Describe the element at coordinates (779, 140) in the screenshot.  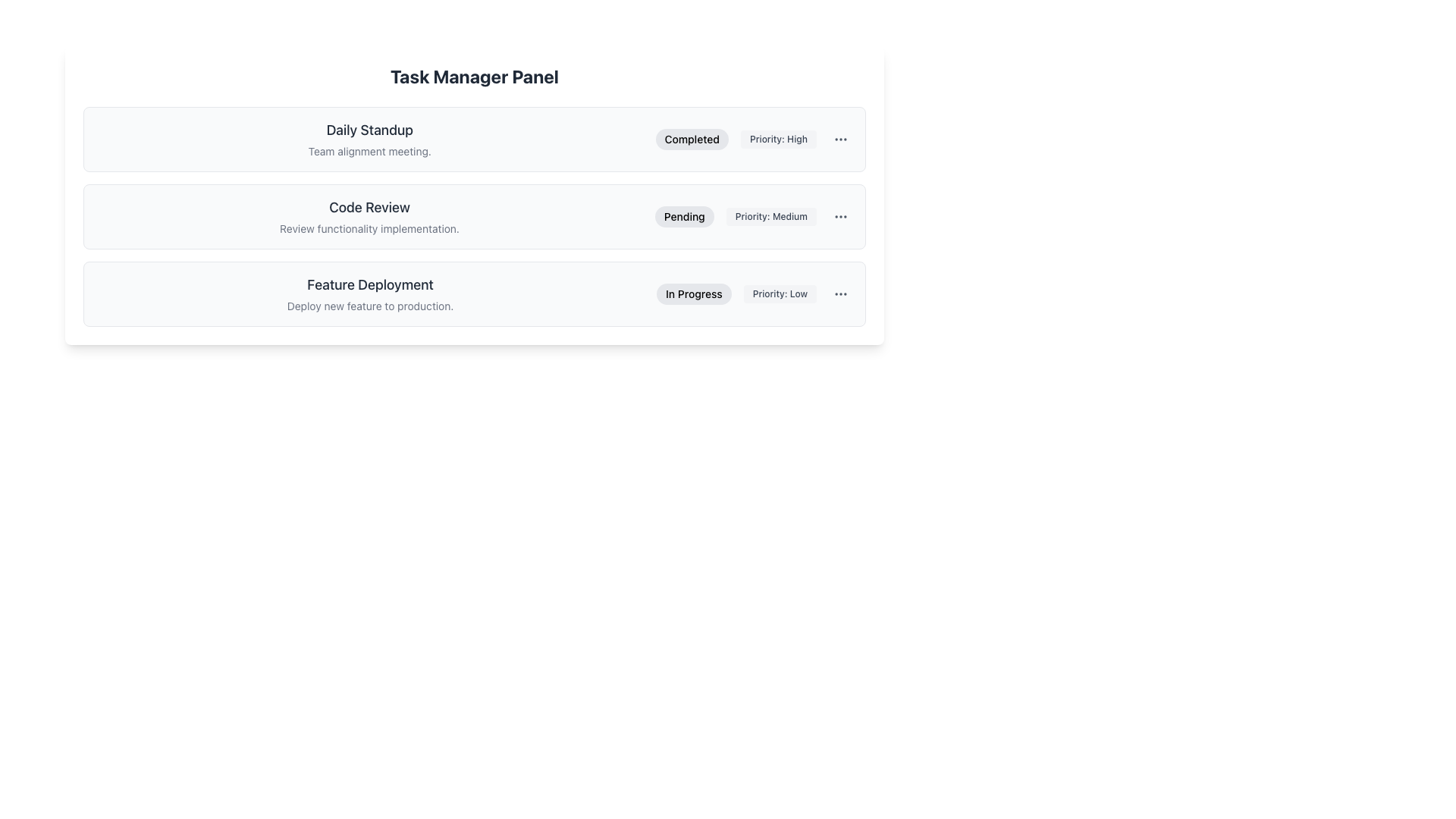
I see `the 'Priority: High' text label, which is styled with a light gray background and located within the first task card of the 'Task Manager Panel'. It is positioned between the 'Completed' status label and an ellipsis icon` at that location.